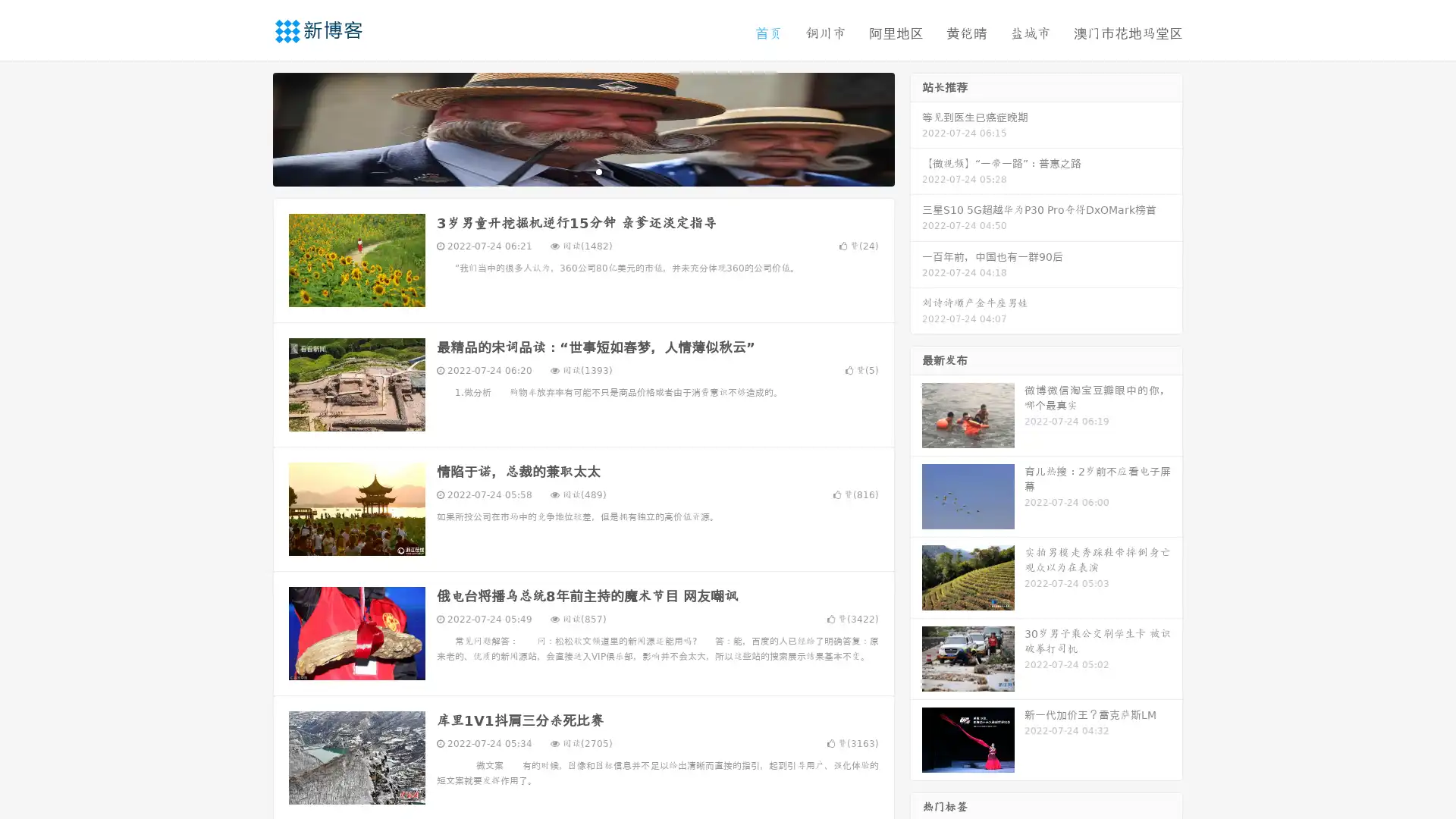  Describe the element at coordinates (582, 171) in the screenshot. I see `Go to slide 2` at that location.